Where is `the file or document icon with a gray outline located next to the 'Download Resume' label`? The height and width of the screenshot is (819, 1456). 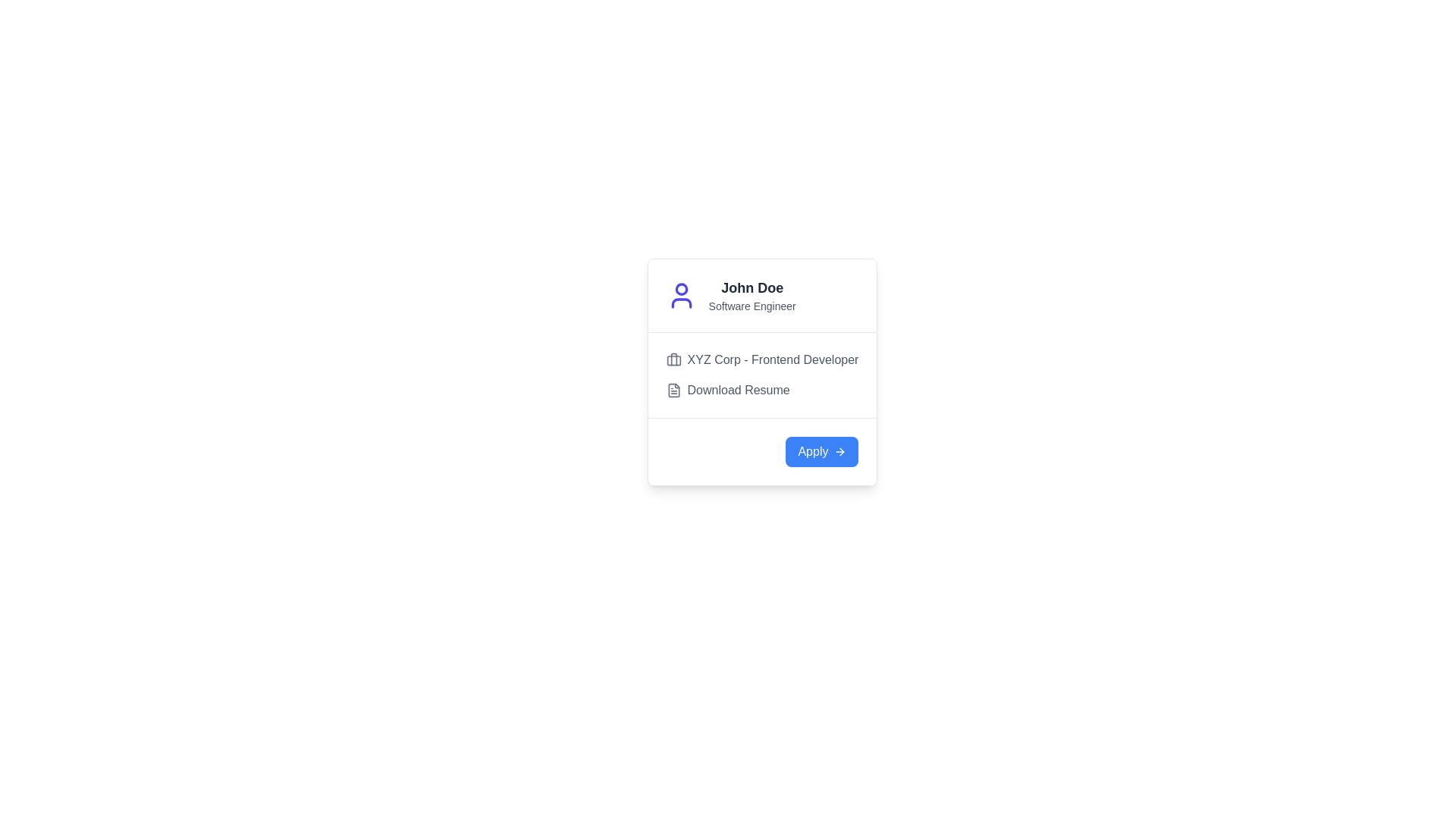 the file or document icon with a gray outline located next to the 'Download Resume' label is located at coordinates (673, 390).